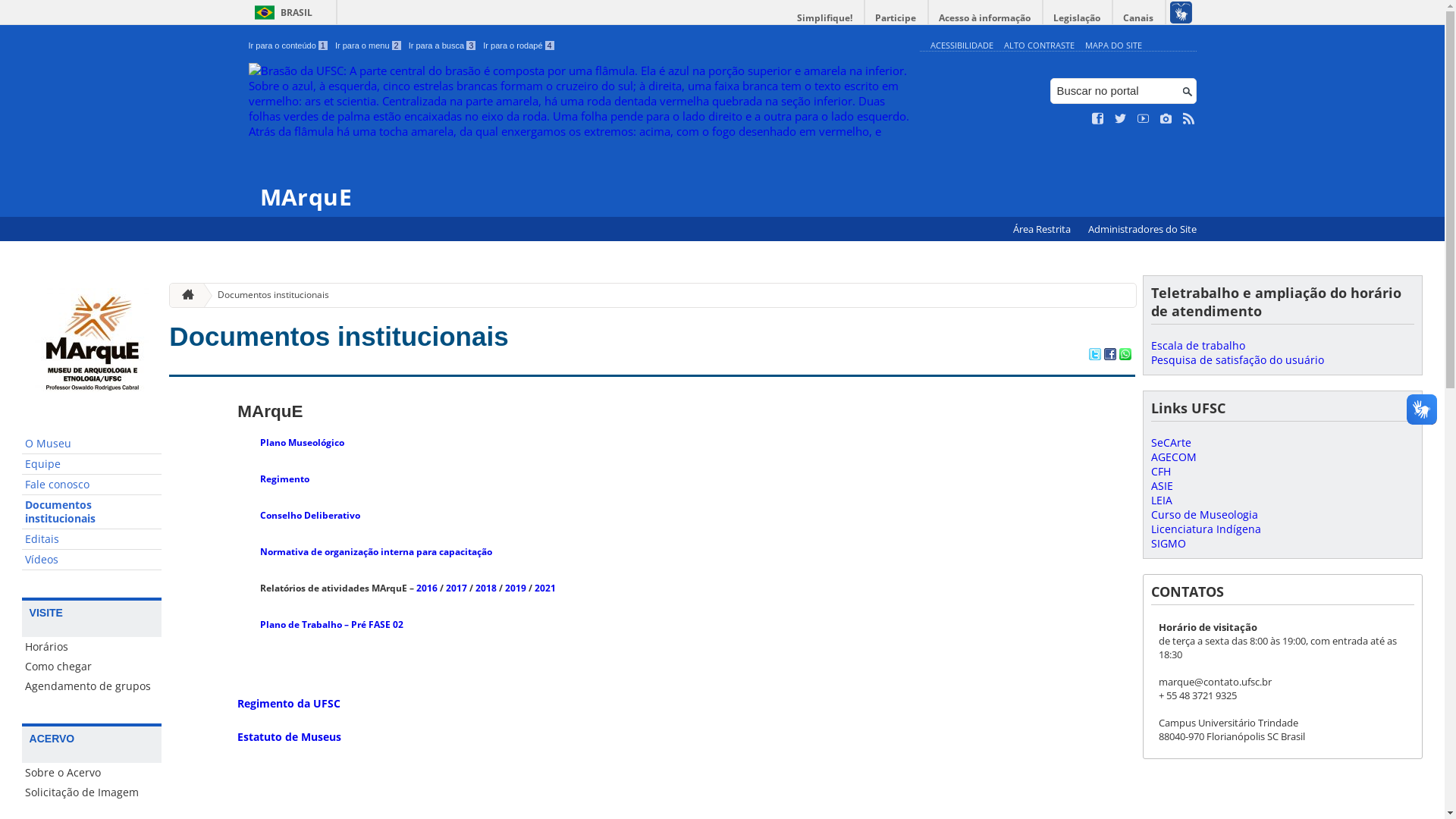 This screenshot has width=1456, height=819. Describe the element at coordinates (1160, 500) in the screenshot. I see `'LEIA'` at that location.